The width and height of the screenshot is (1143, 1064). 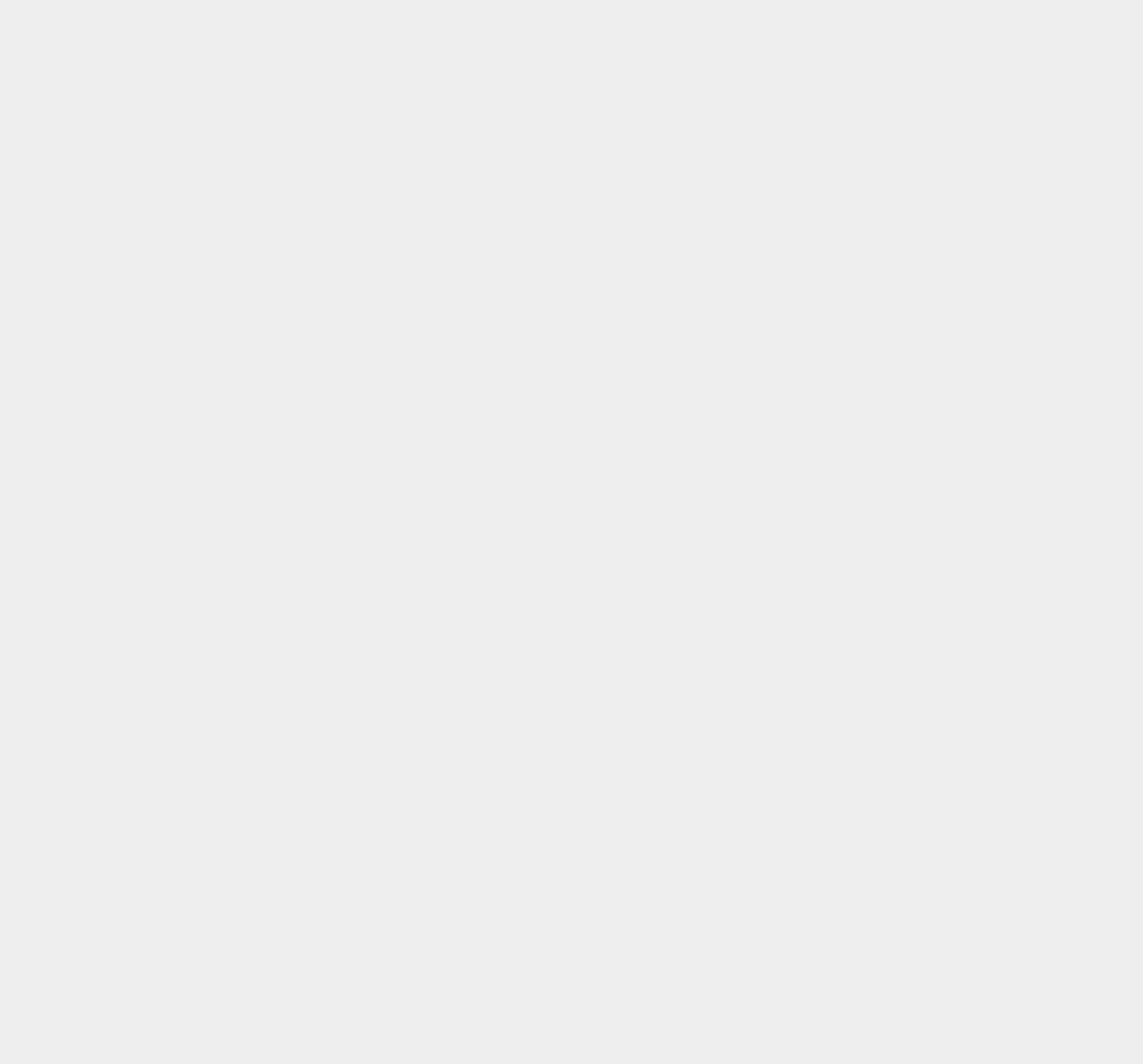 I want to click on 'Crazy Treasure Token (CTT) Explained - Cryptocurrency Collectibles', so click(x=952, y=90).